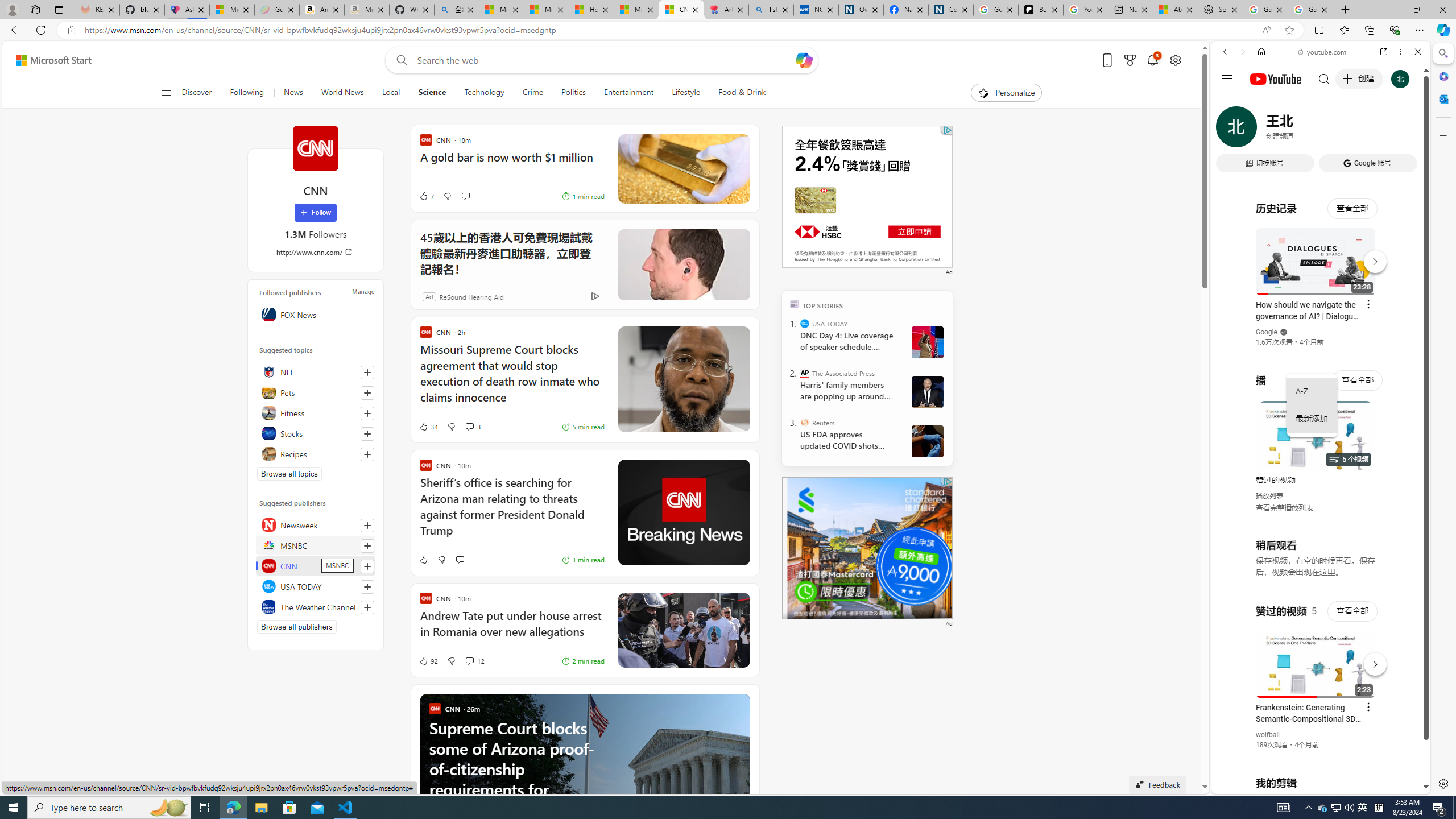 This screenshot has height=819, width=1456. What do you see at coordinates (1300, 129) in the screenshot?
I see `'Search Filter, VIDEOS'` at bounding box center [1300, 129].